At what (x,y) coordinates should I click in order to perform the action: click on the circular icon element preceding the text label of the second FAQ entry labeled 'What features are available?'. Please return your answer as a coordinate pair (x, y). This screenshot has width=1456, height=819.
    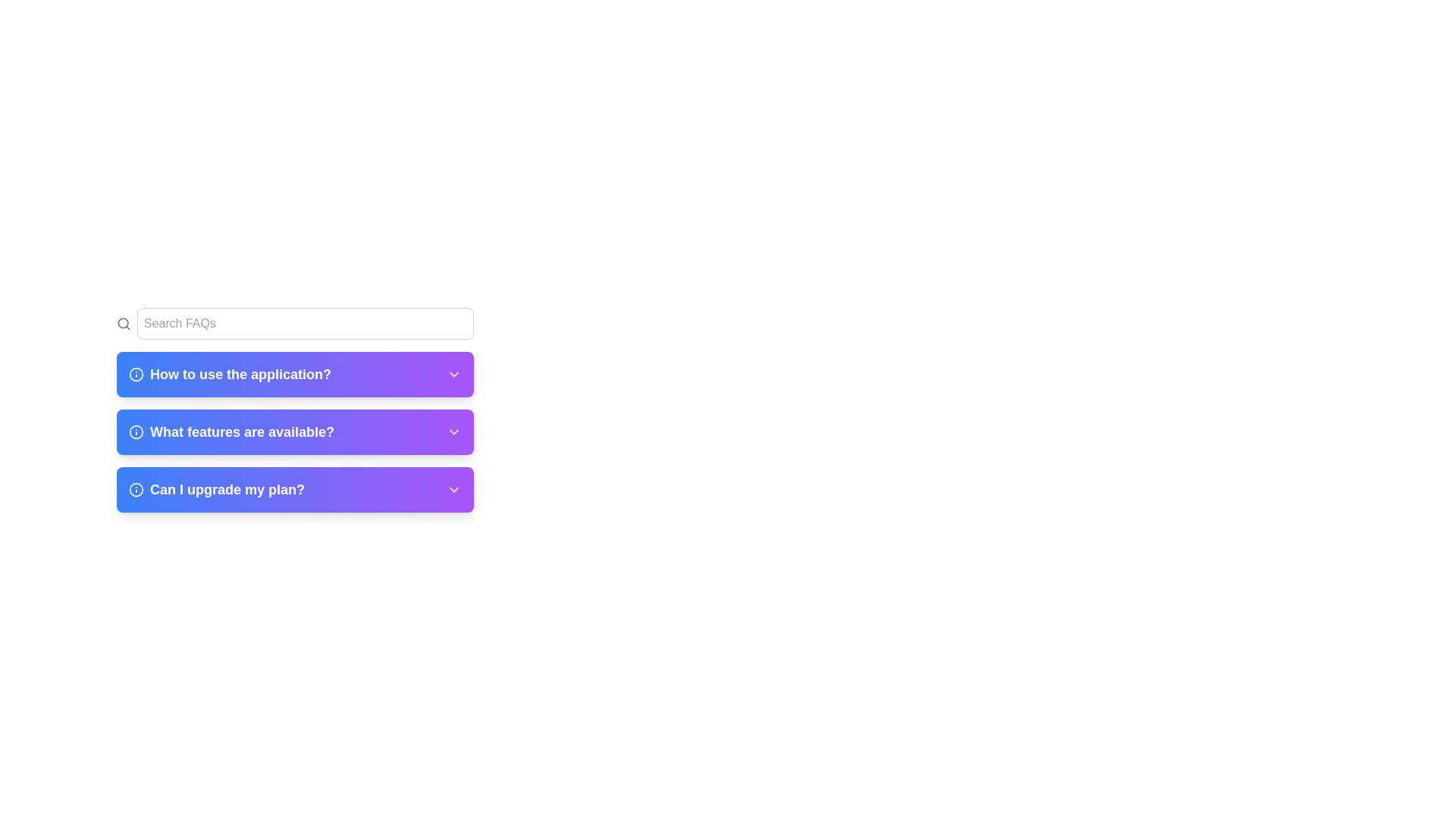
    Looking at the image, I should click on (136, 432).